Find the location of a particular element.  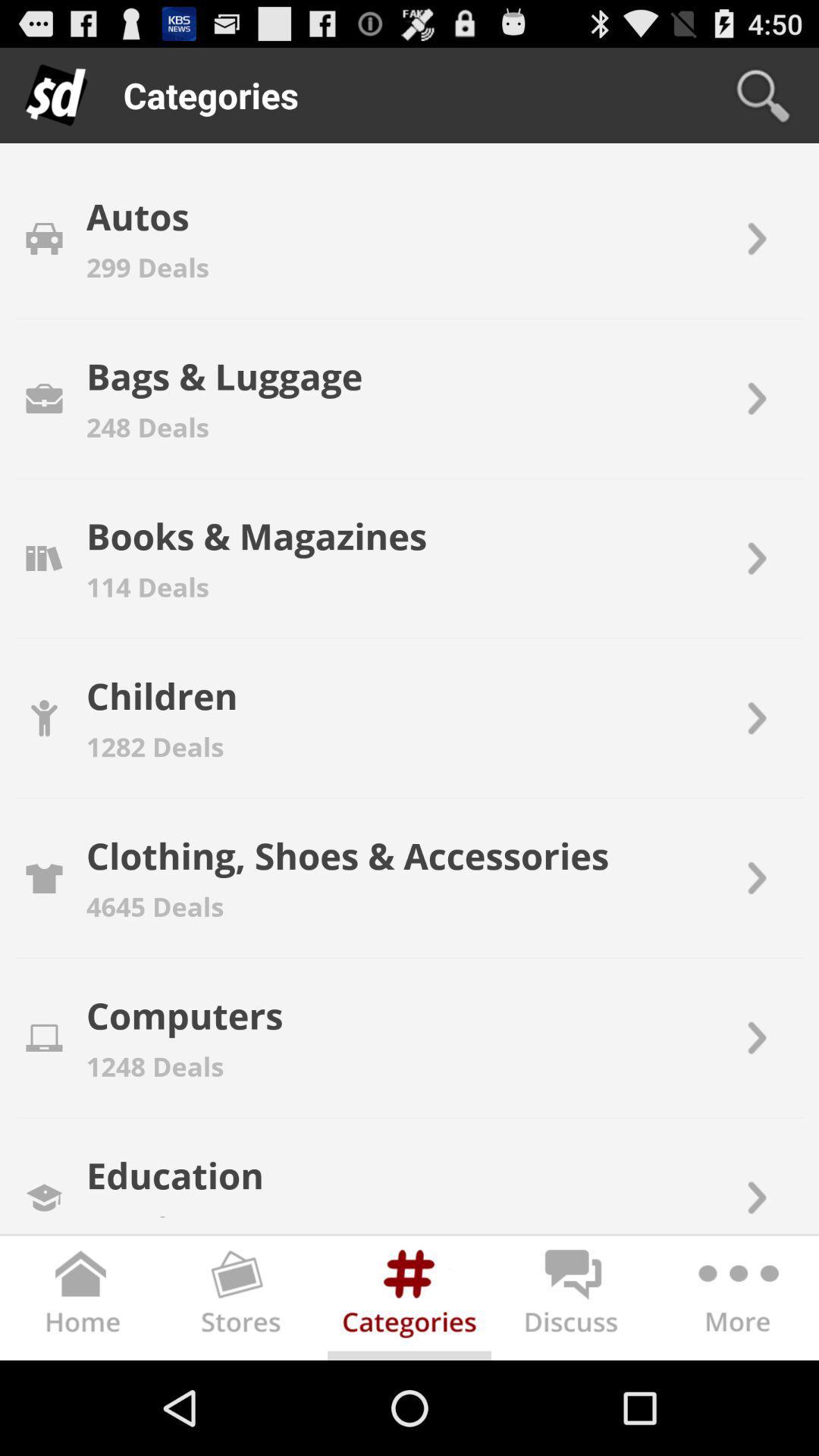

app above the 299 deals icon is located at coordinates (137, 215).